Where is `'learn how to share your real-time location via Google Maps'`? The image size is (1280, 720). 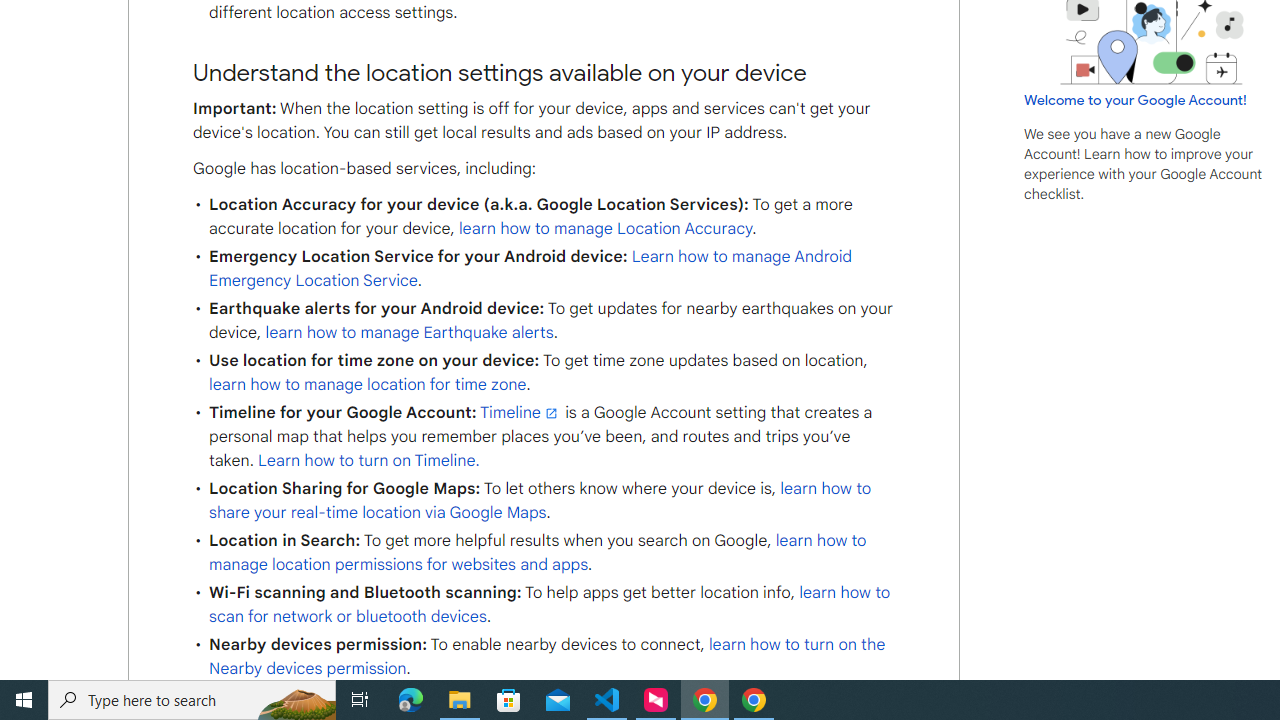
'learn how to share your real-time location via Google Maps' is located at coordinates (540, 499).